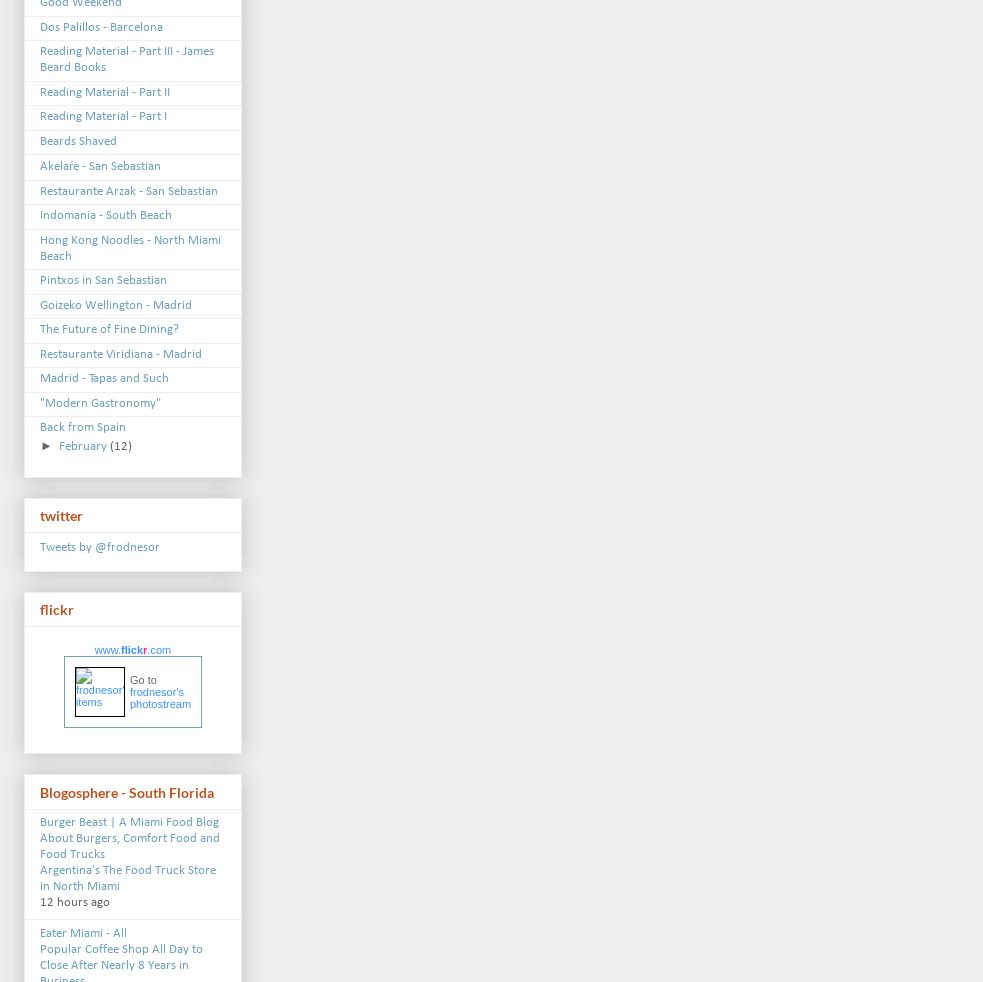  I want to click on 'Madrid - Tapas and Such', so click(103, 378).